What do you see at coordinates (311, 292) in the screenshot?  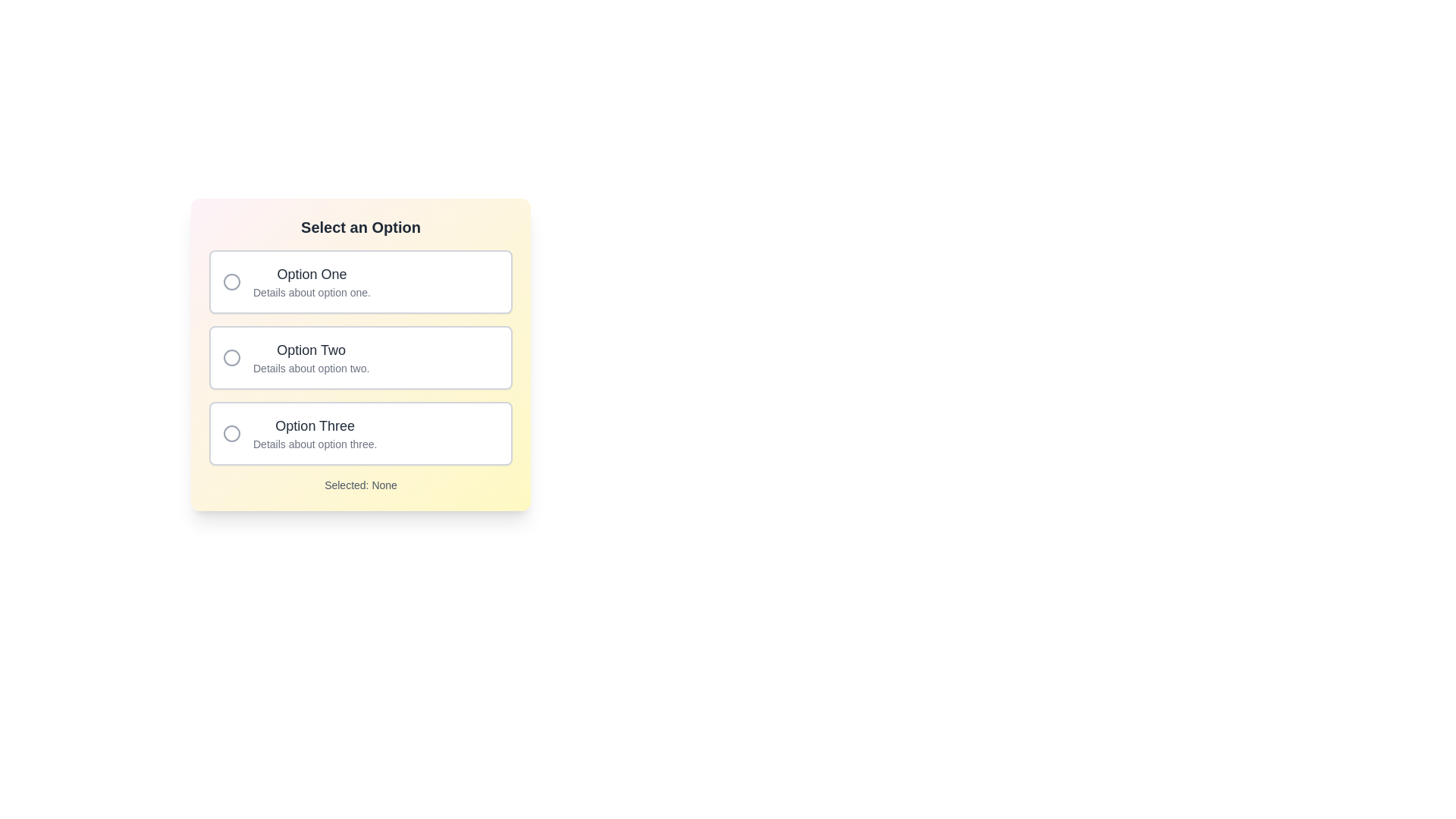 I see `the text label displaying 'Details about option one.' which is positioned below the header 'Option One' within the first option block` at bounding box center [311, 292].